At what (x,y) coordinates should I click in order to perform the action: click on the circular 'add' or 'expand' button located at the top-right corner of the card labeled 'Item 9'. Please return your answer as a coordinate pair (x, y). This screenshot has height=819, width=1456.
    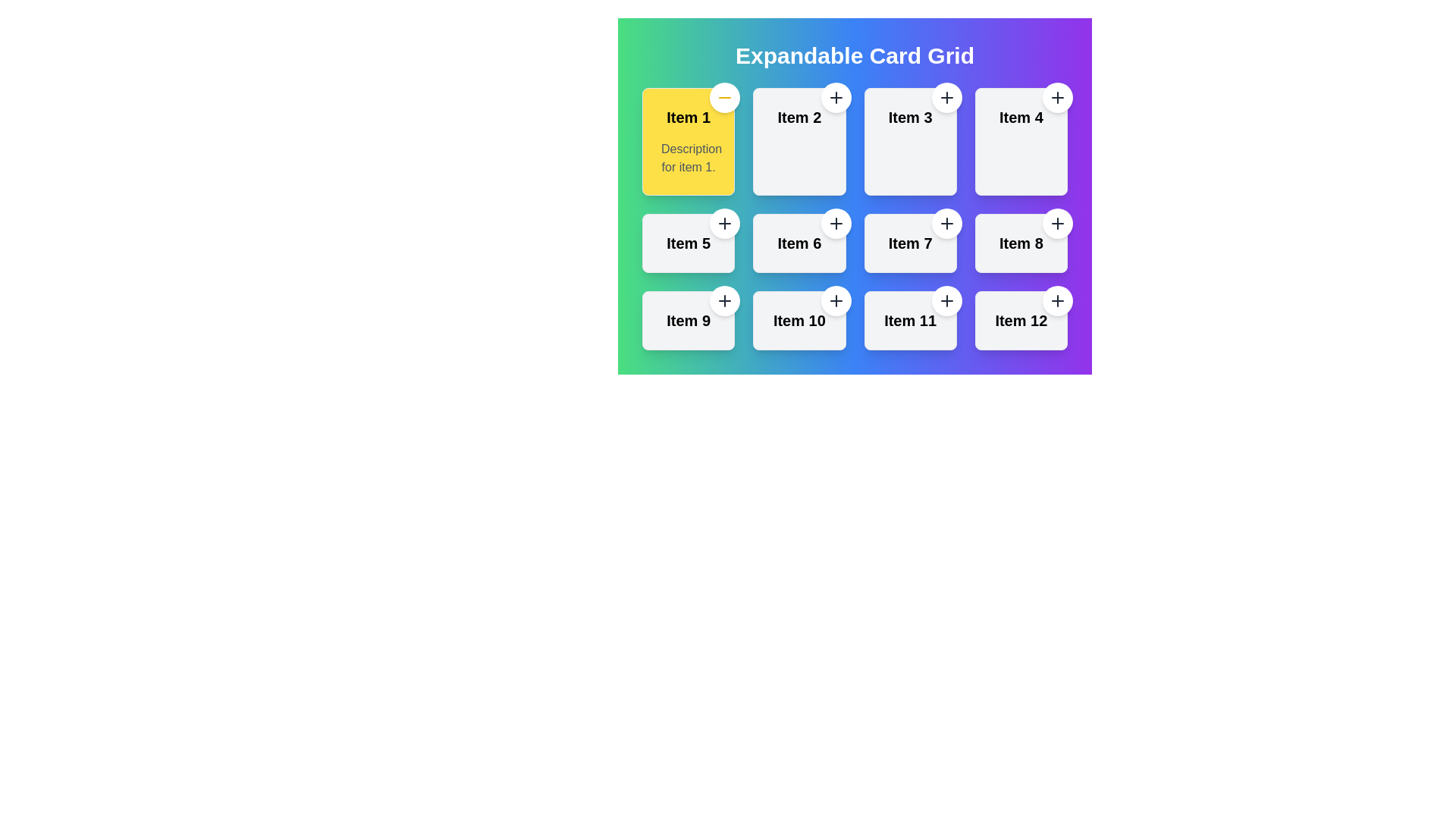
    Looking at the image, I should click on (724, 301).